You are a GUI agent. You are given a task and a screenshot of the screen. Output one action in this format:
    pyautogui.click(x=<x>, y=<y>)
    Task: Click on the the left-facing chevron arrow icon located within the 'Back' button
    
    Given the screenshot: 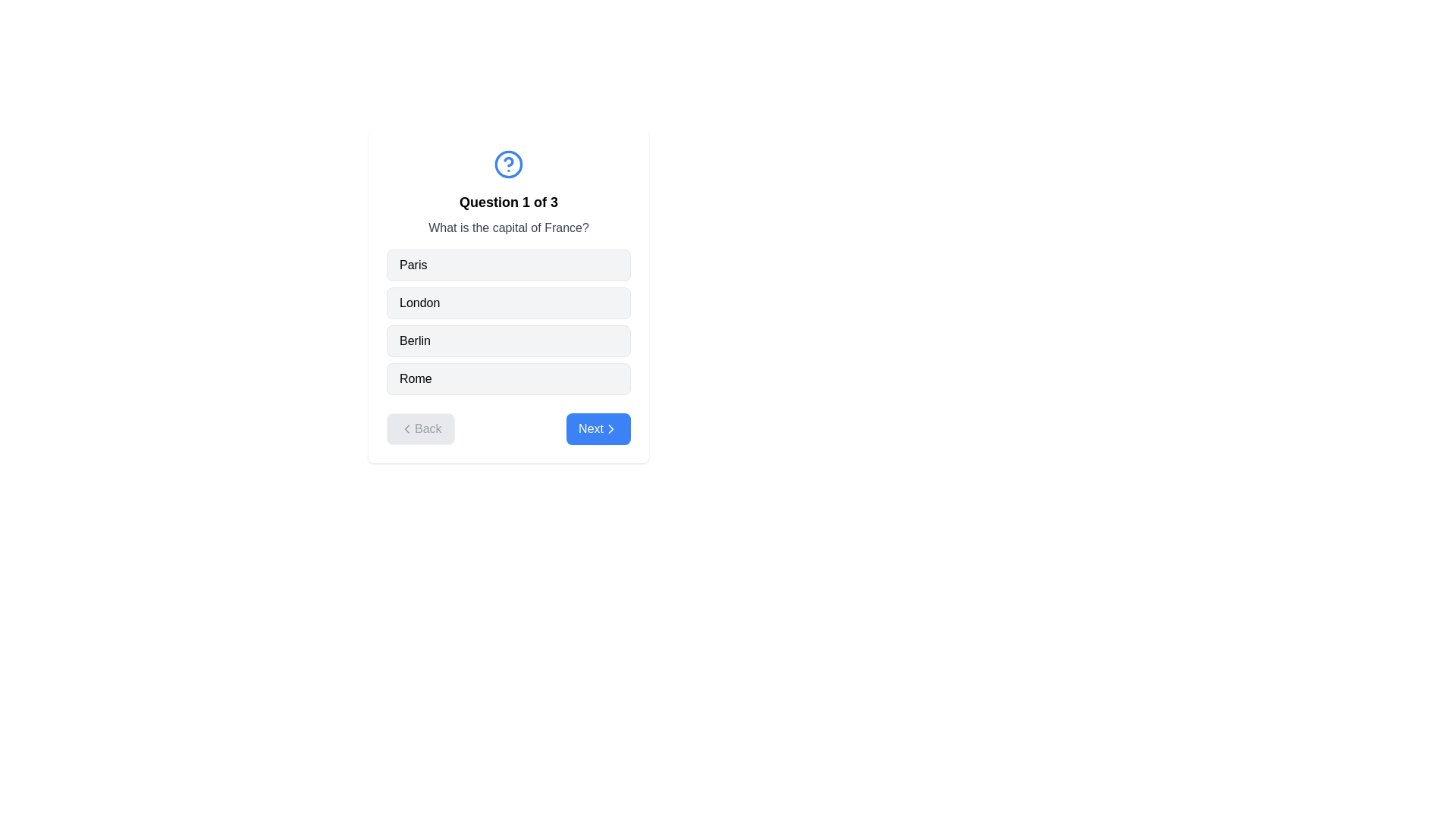 What is the action you would take?
    pyautogui.click(x=407, y=429)
    